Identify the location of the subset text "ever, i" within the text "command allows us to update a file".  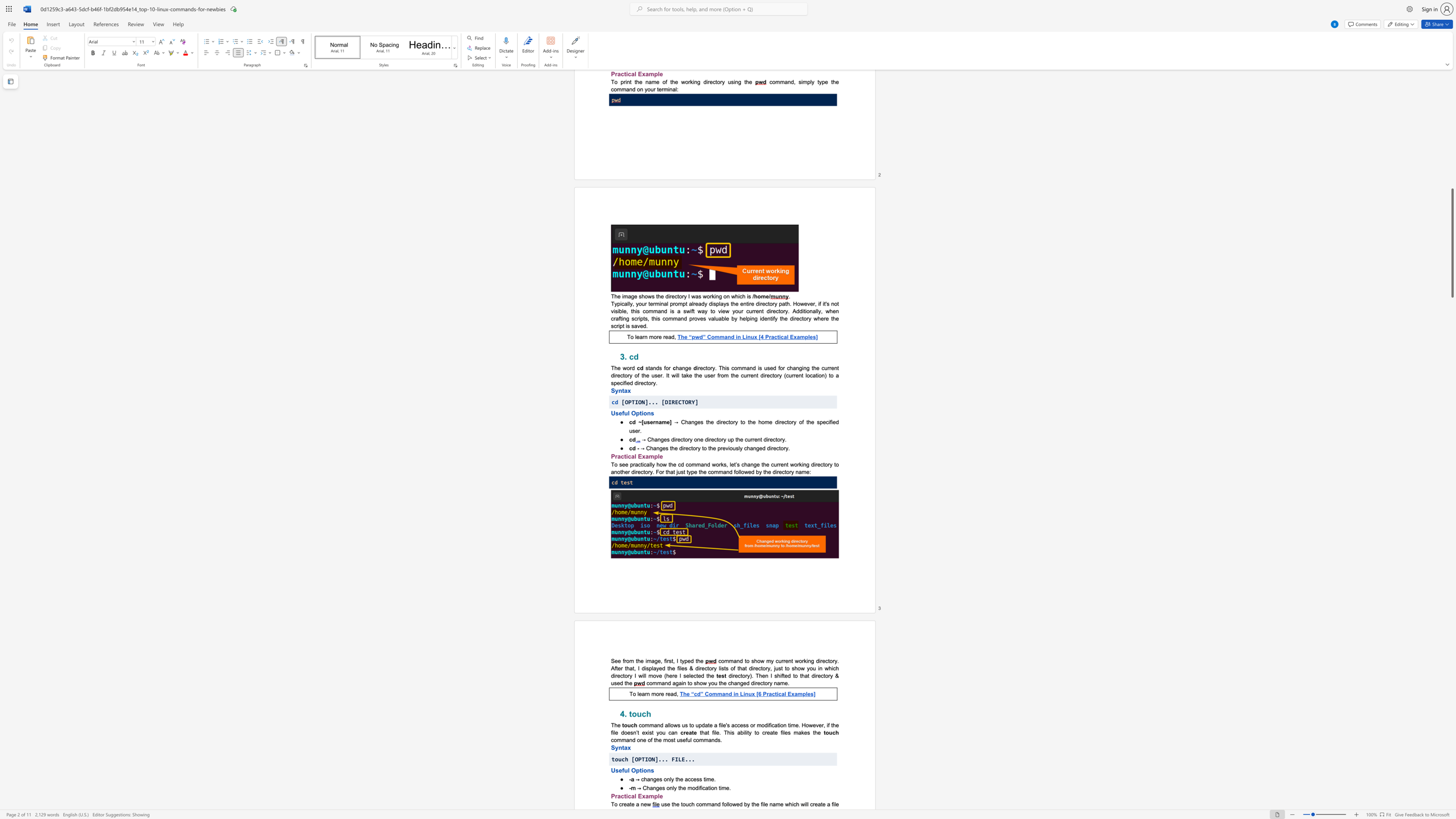
(813, 724).